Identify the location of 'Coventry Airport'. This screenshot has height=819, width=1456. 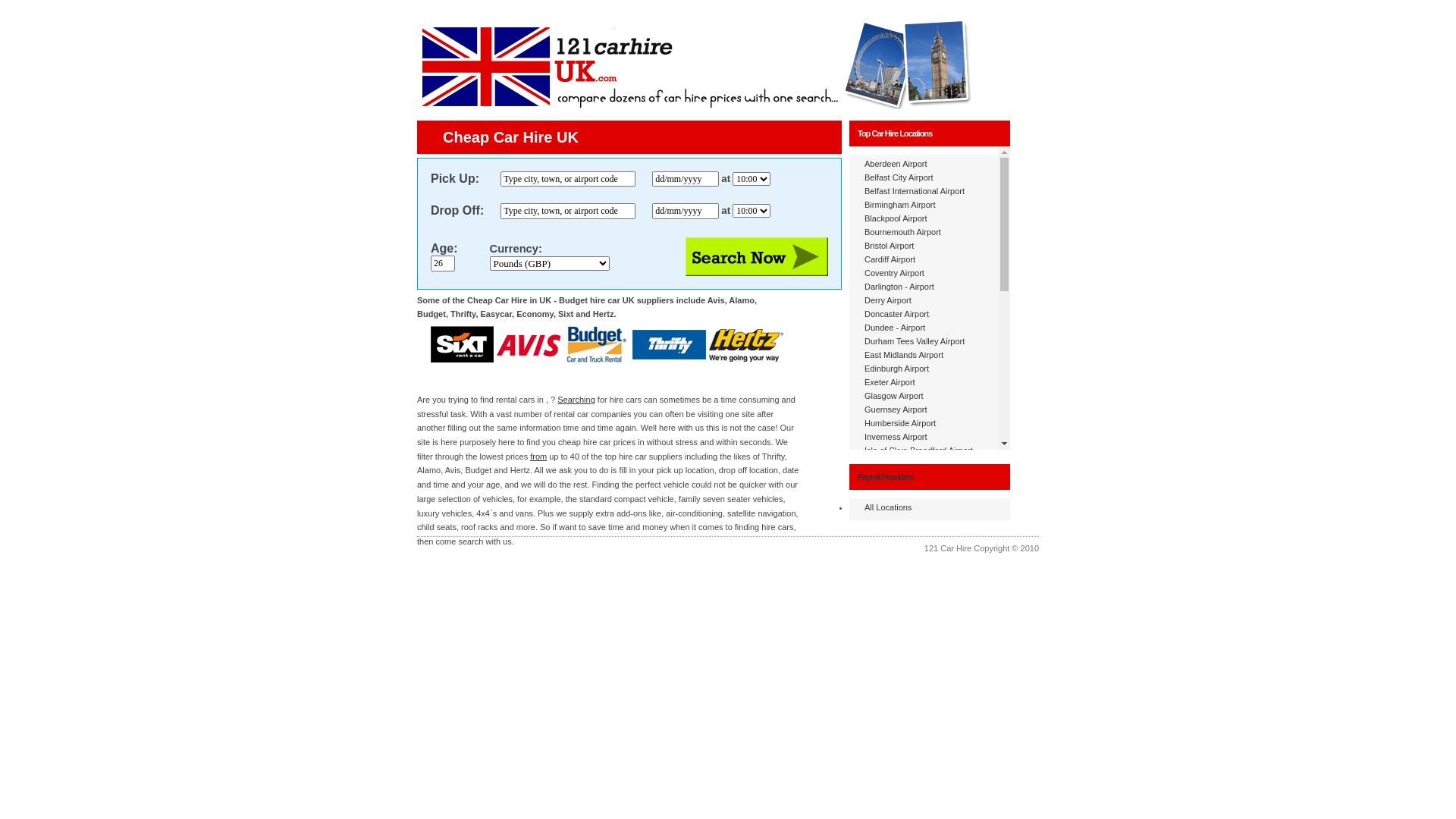
(894, 271).